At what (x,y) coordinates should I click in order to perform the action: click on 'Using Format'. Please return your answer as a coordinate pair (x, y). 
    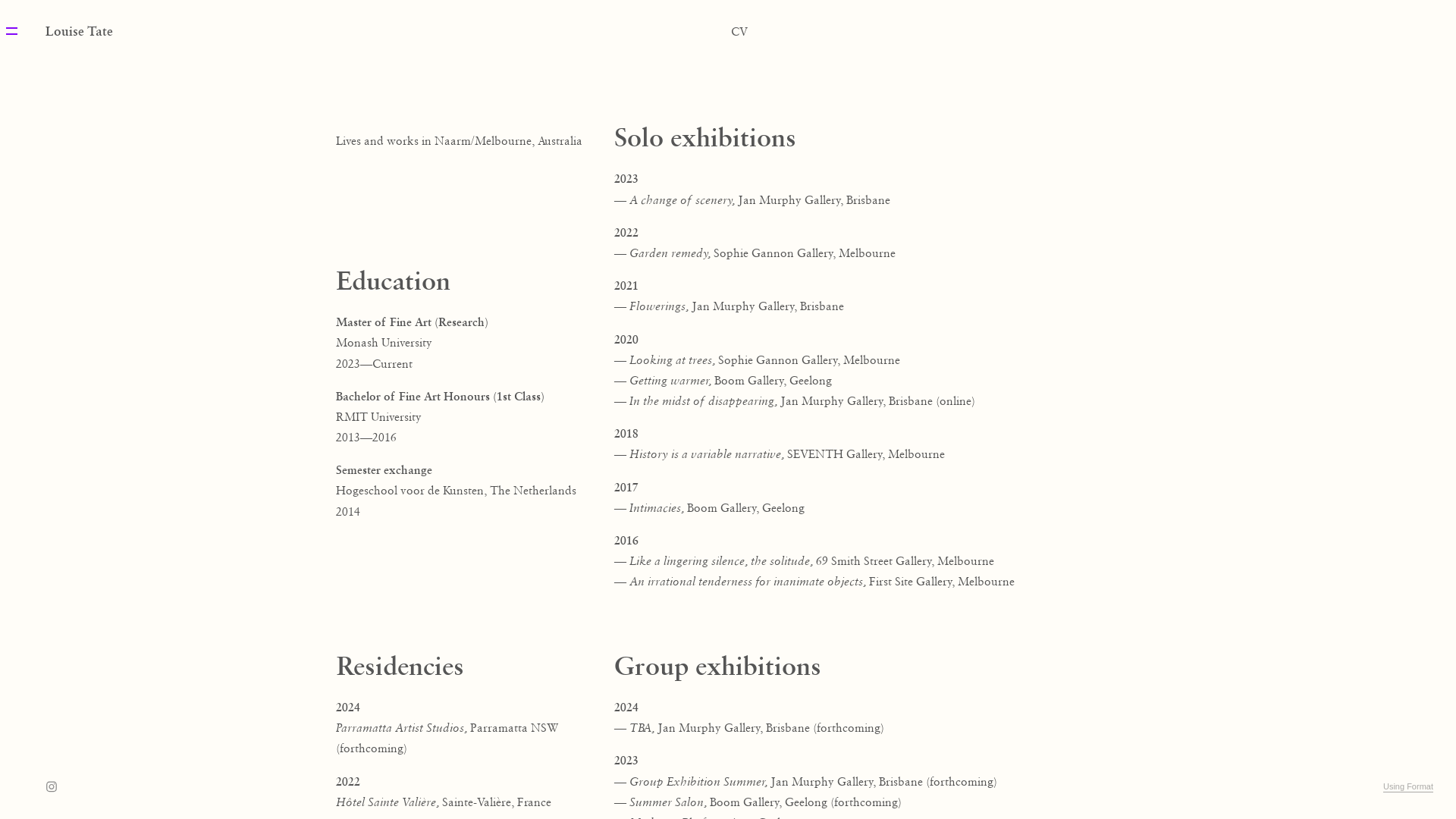
    Looking at the image, I should click on (1383, 786).